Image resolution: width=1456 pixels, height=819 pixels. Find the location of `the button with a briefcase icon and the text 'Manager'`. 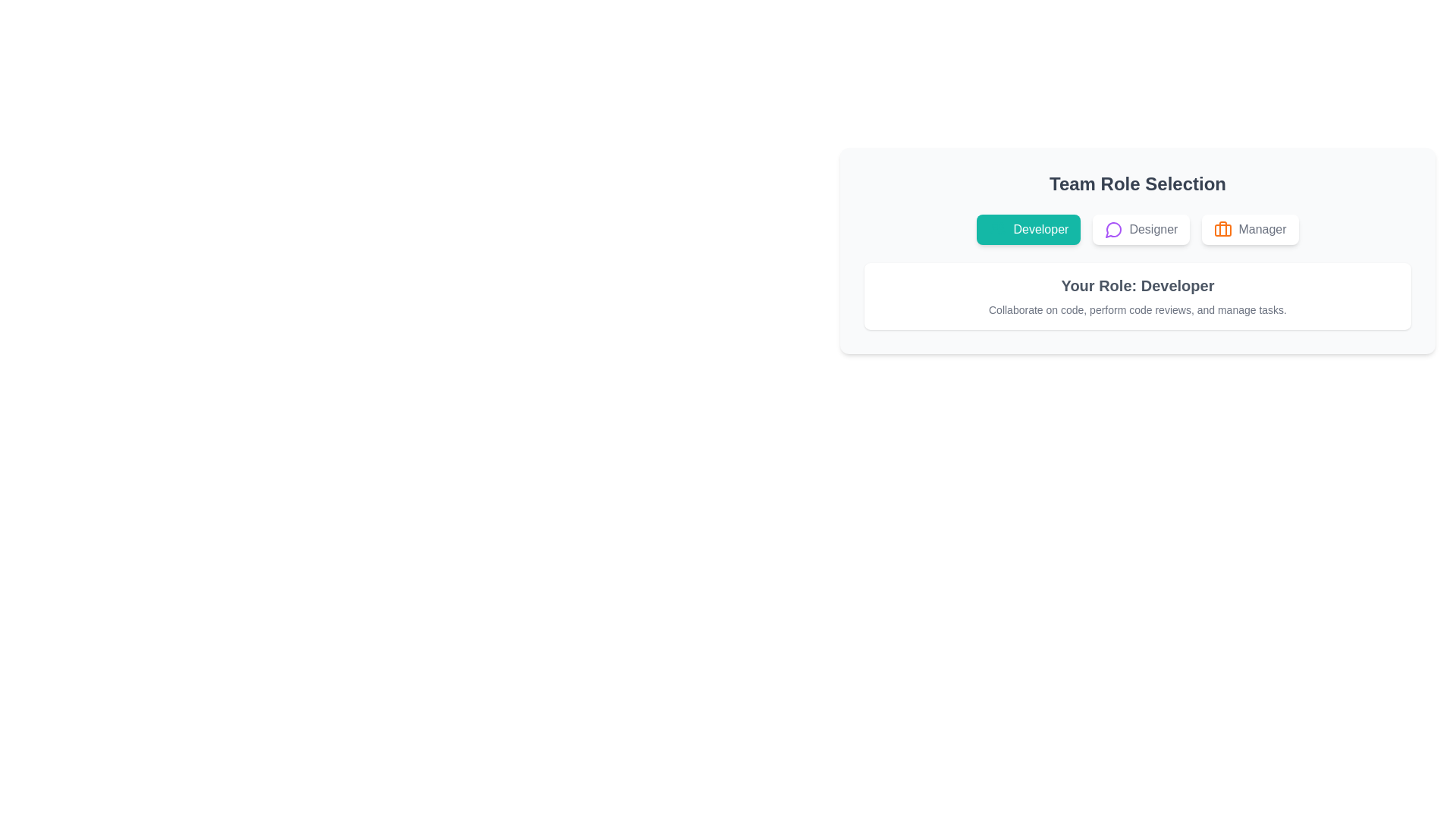

the button with a briefcase icon and the text 'Manager' is located at coordinates (1250, 230).